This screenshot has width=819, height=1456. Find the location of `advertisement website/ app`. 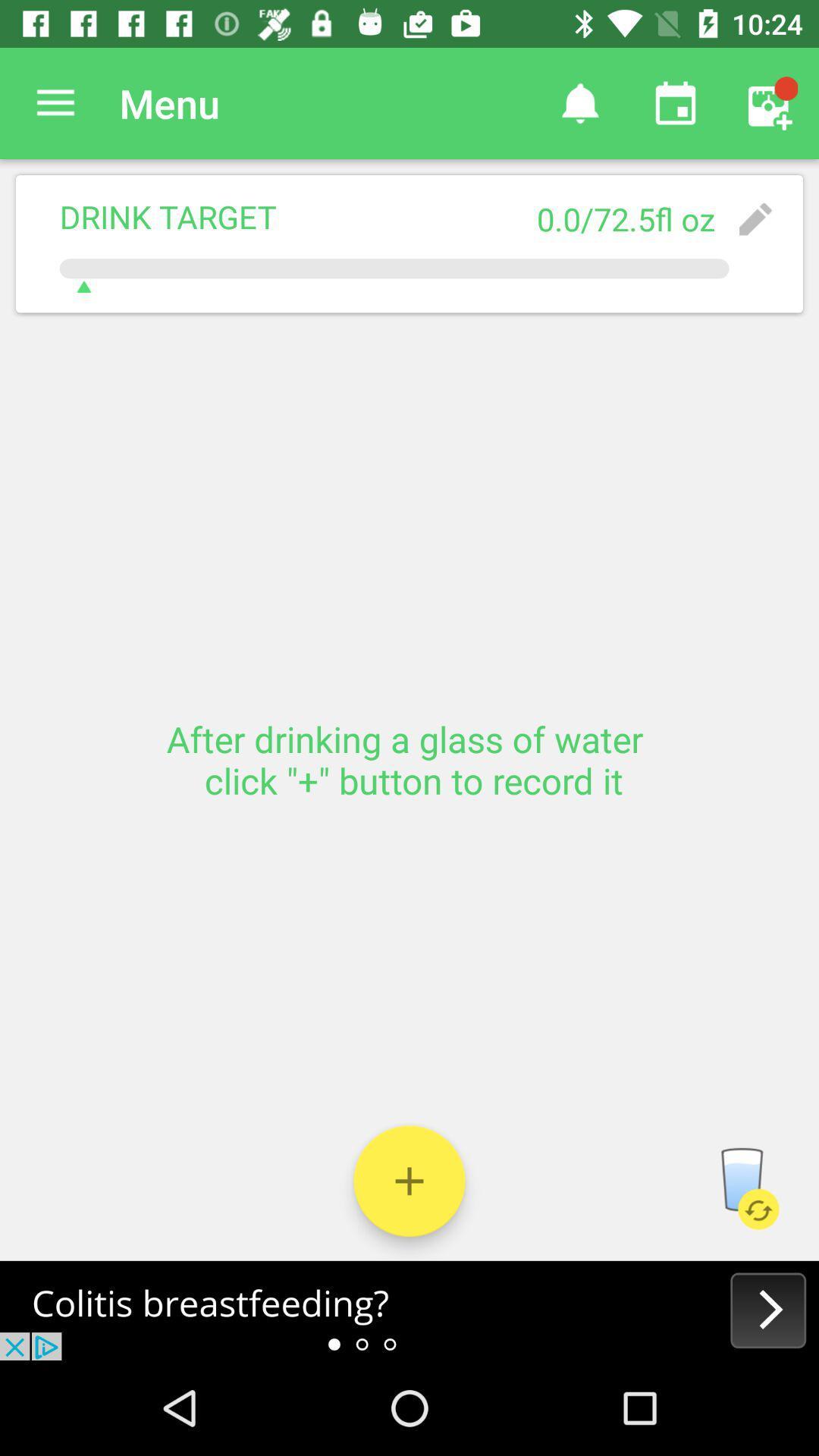

advertisement website/ app is located at coordinates (409, 1310).